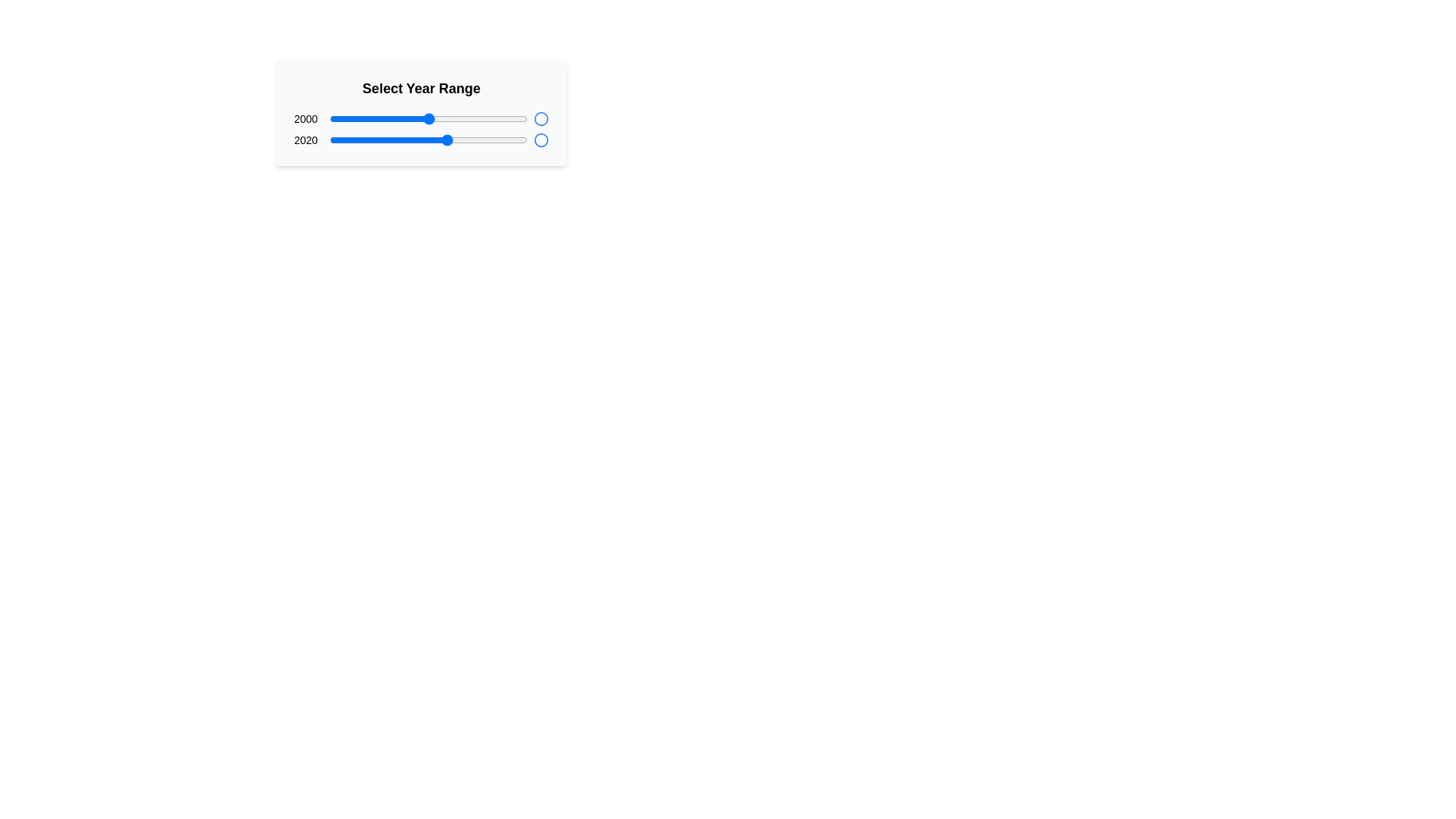  I want to click on the slider track of the 'Select Year Range' control to move the blue marker towards the selected point, which is the first slider indicating the year '2000', so click(422, 112).